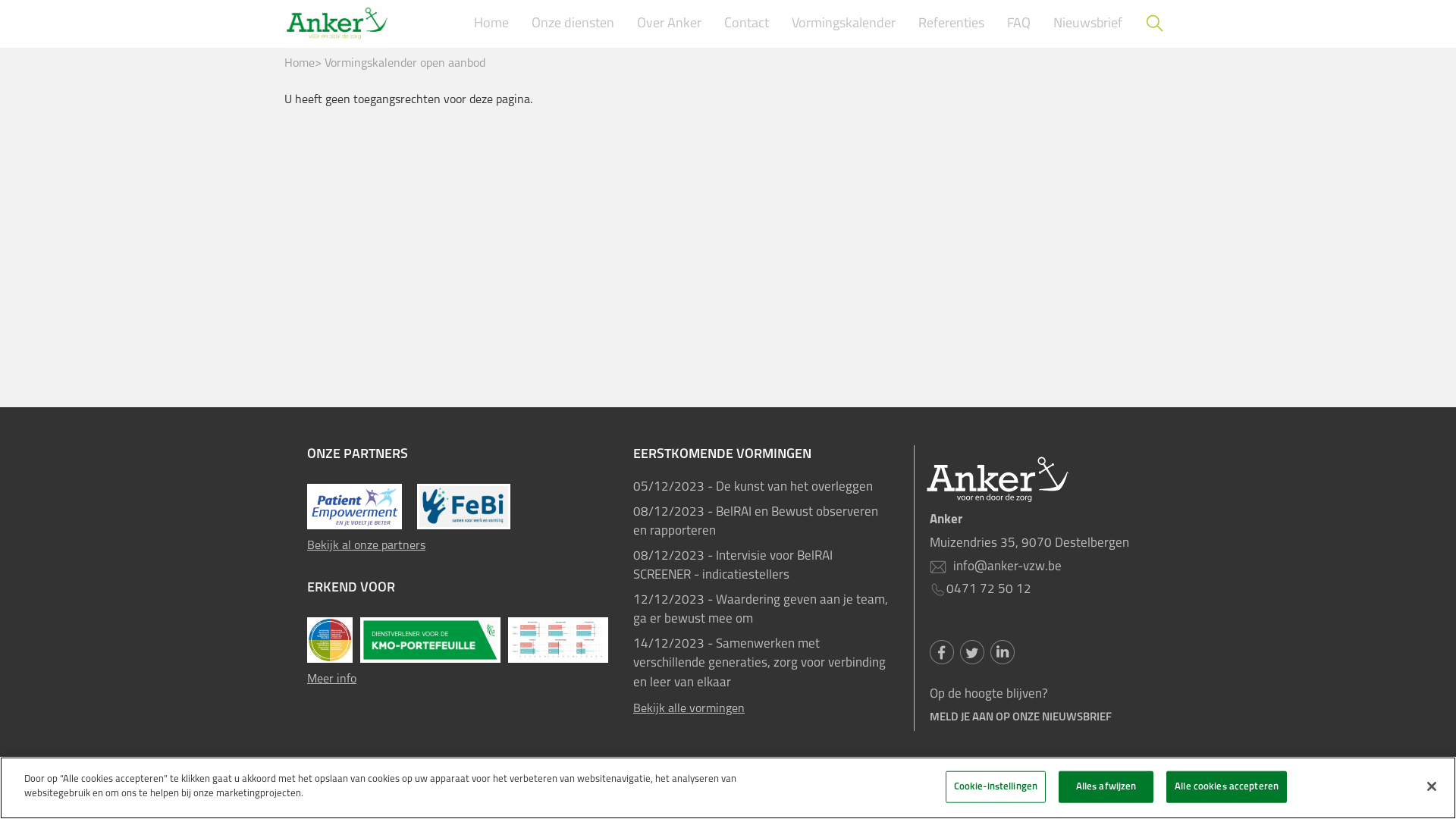  What do you see at coordinates (928, 717) in the screenshot?
I see `'MELD JE AAN OP ONZE NIEUWSBRIEF'` at bounding box center [928, 717].